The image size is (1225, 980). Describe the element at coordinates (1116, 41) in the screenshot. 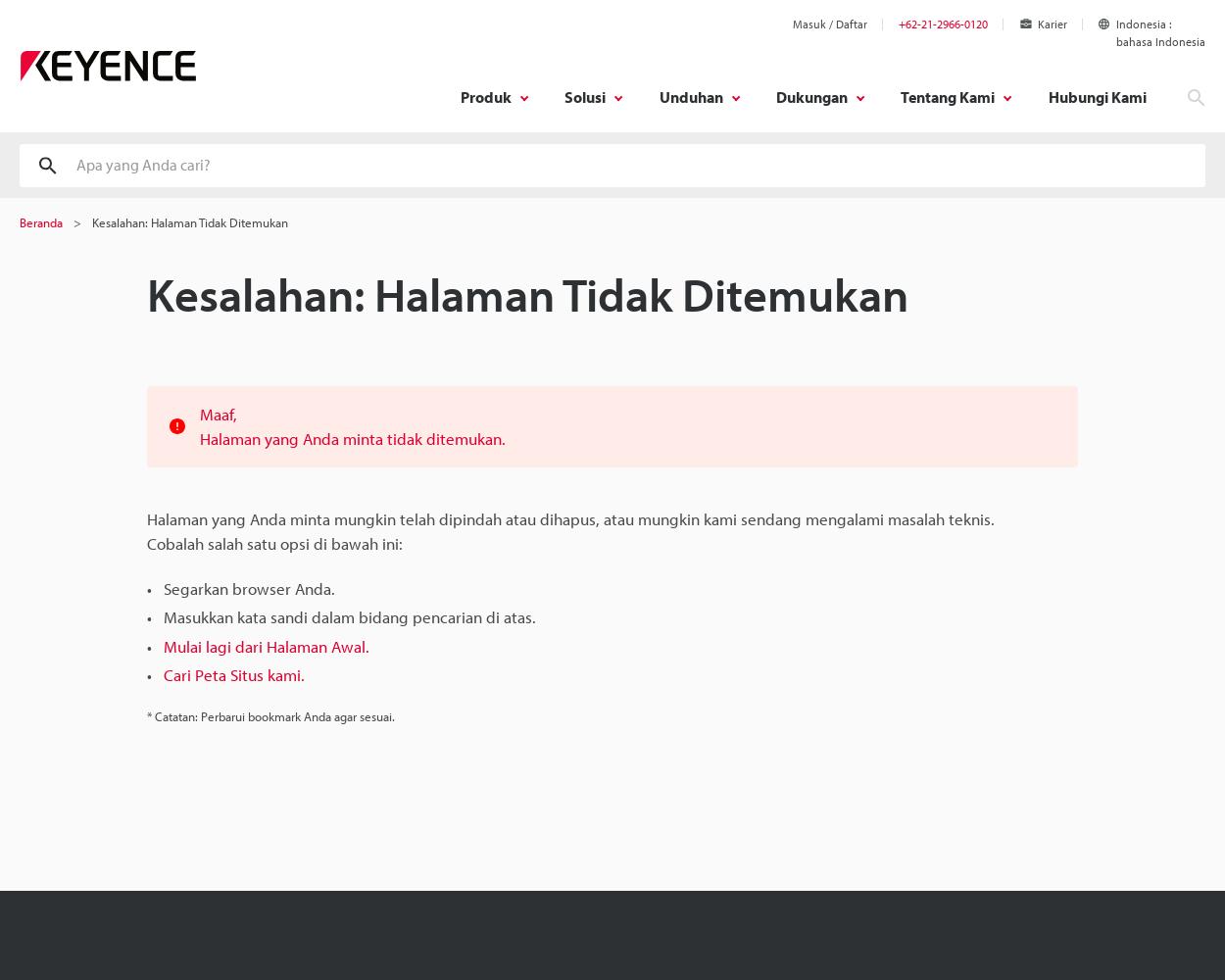

I see `'bahasa Indonesia'` at that location.